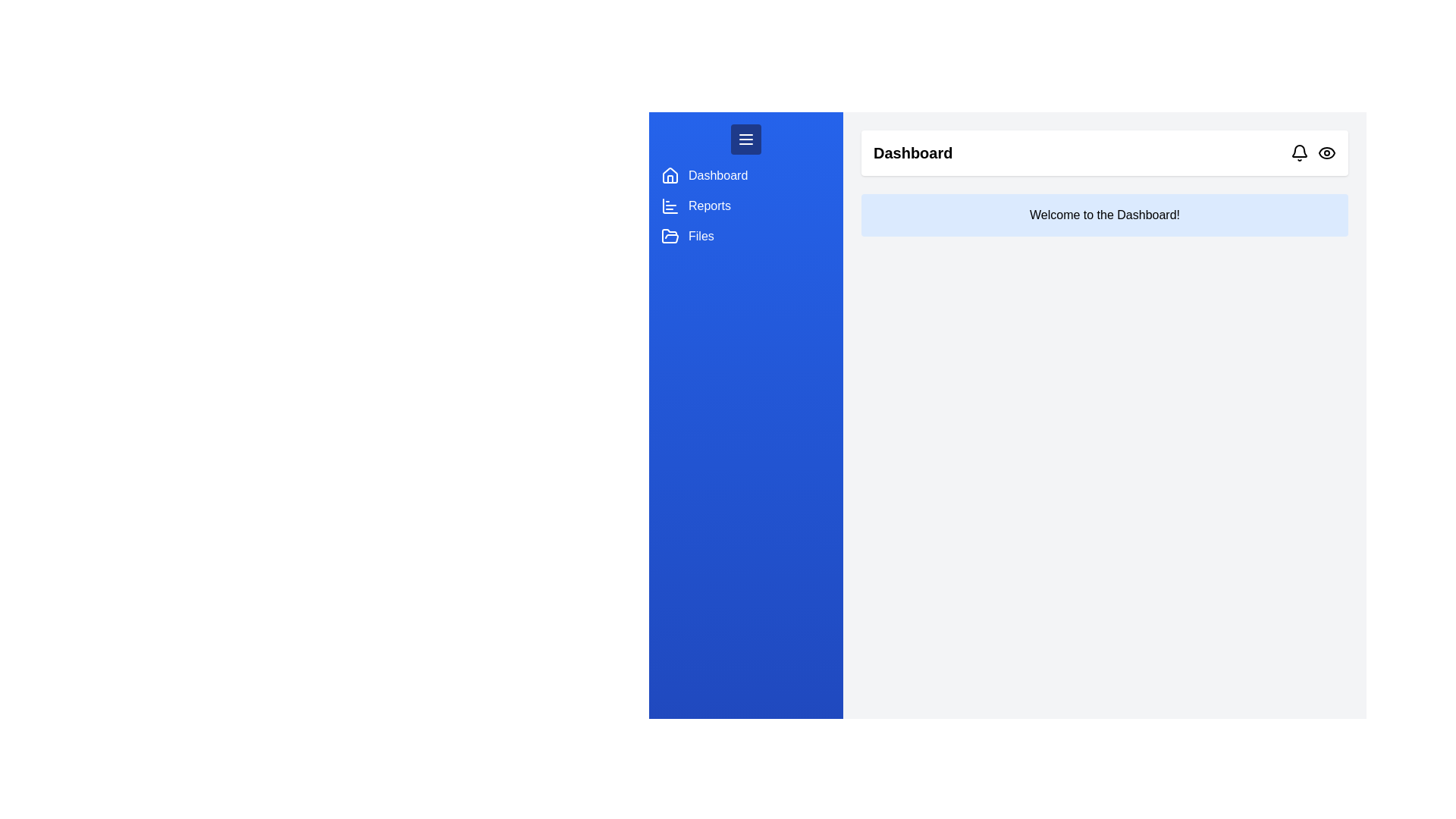 The image size is (1456, 819). Describe the element at coordinates (700, 237) in the screenshot. I see `the 'Files' text label element, which is displayed in white font on a blue background and is the third item in the vertical navigation menu on the left side of the interface` at that location.